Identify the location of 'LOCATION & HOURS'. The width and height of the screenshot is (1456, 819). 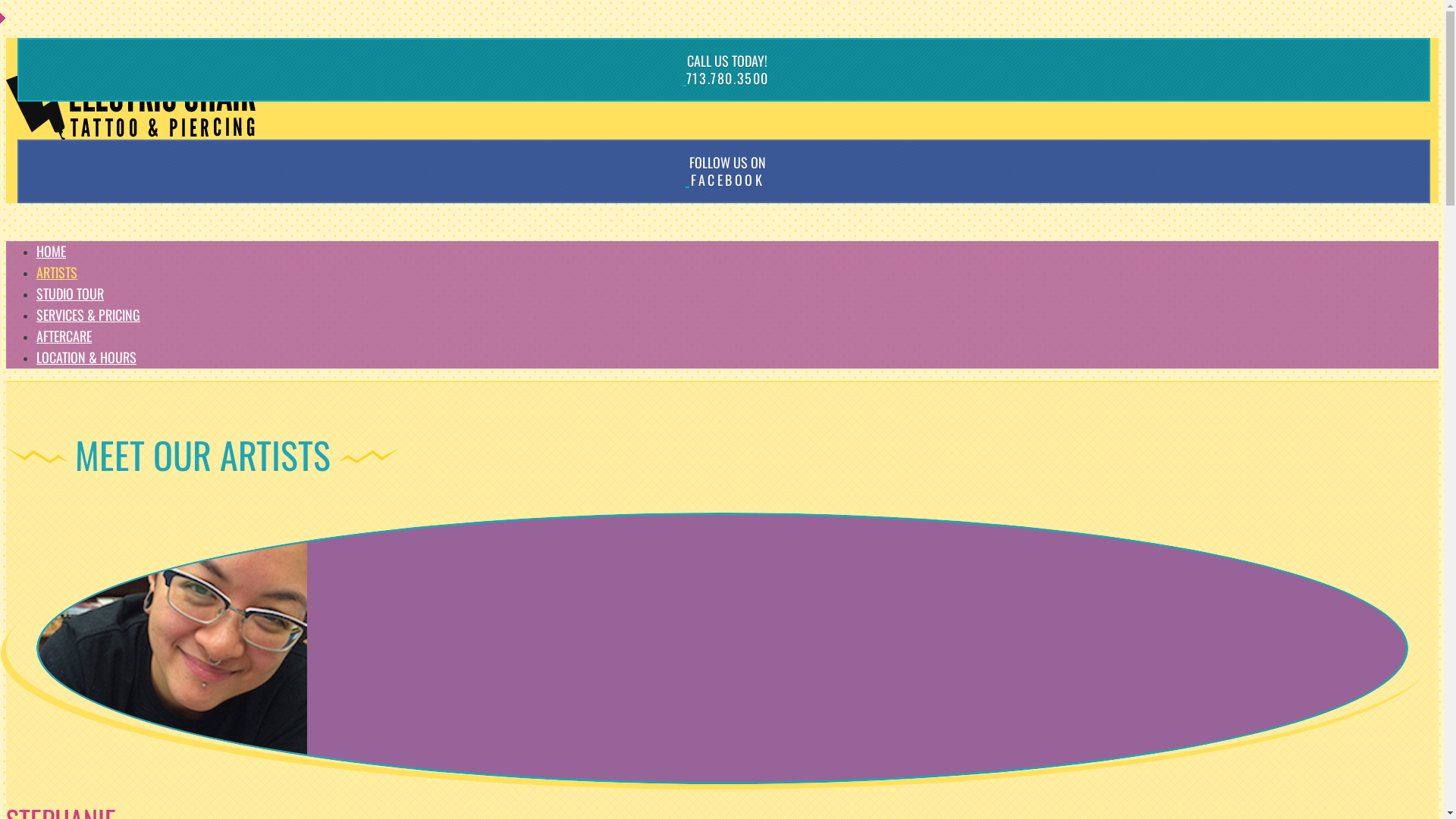
(86, 356).